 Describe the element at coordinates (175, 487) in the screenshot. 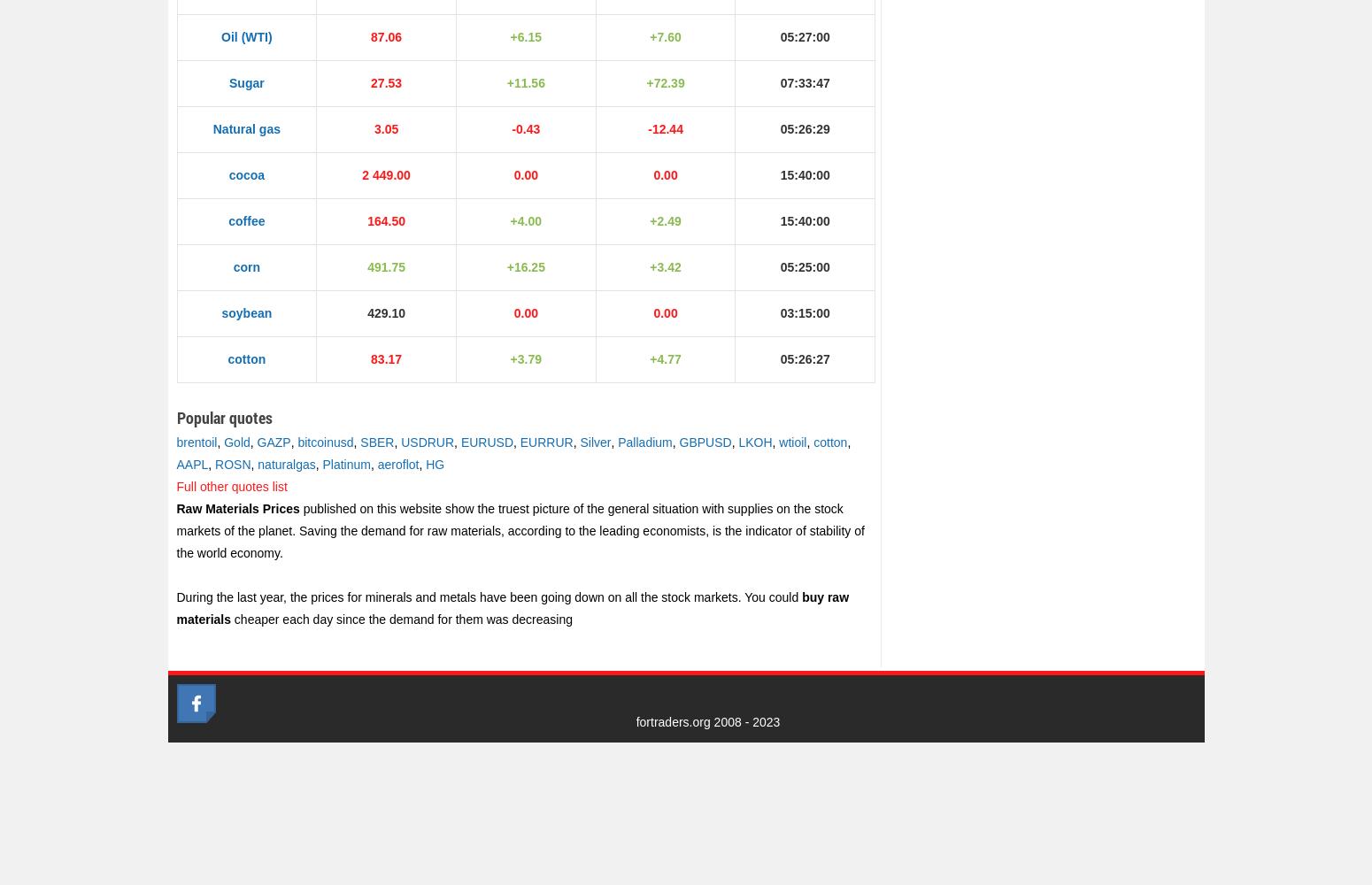

I see `'Full other quotes list'` at that location.